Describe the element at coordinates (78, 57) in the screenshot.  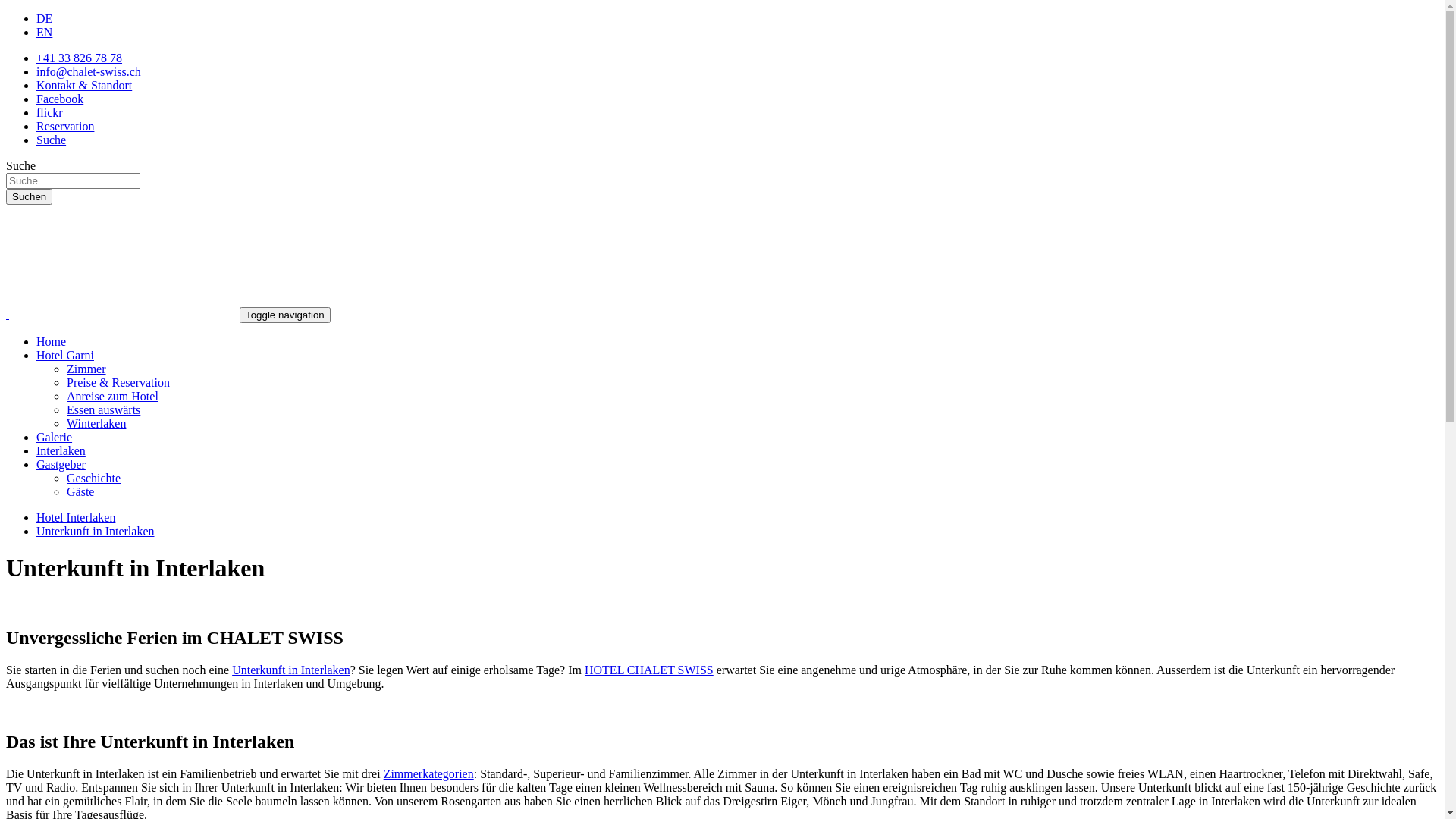
I see `'+41 33 826 78 78'` at that location.